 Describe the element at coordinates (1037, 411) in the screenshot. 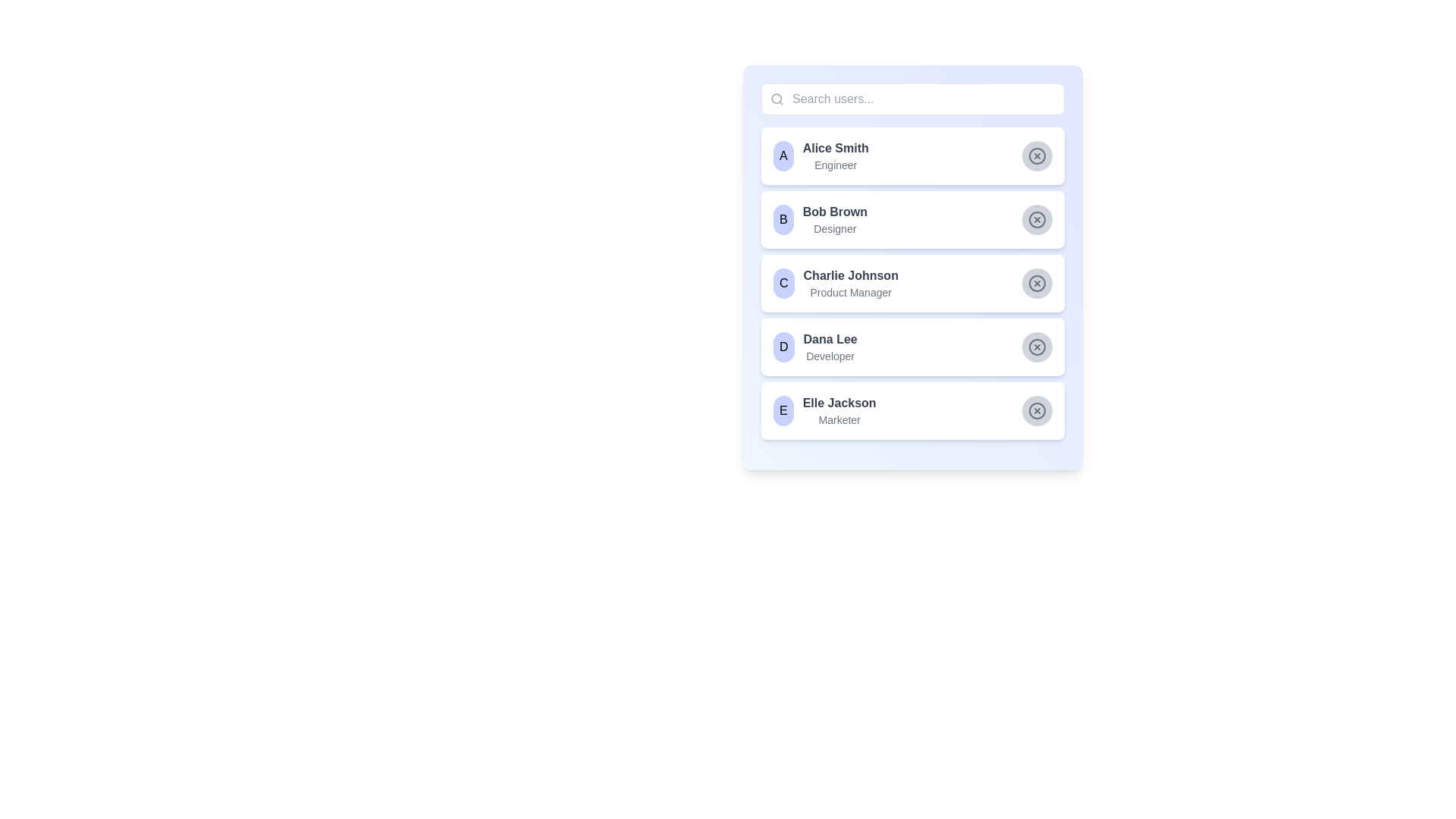

I see `the circular button with a light gray background and an 'X' icon located in the top-right corner of the card for 'Elle Jackson, Marketer'` at that location.